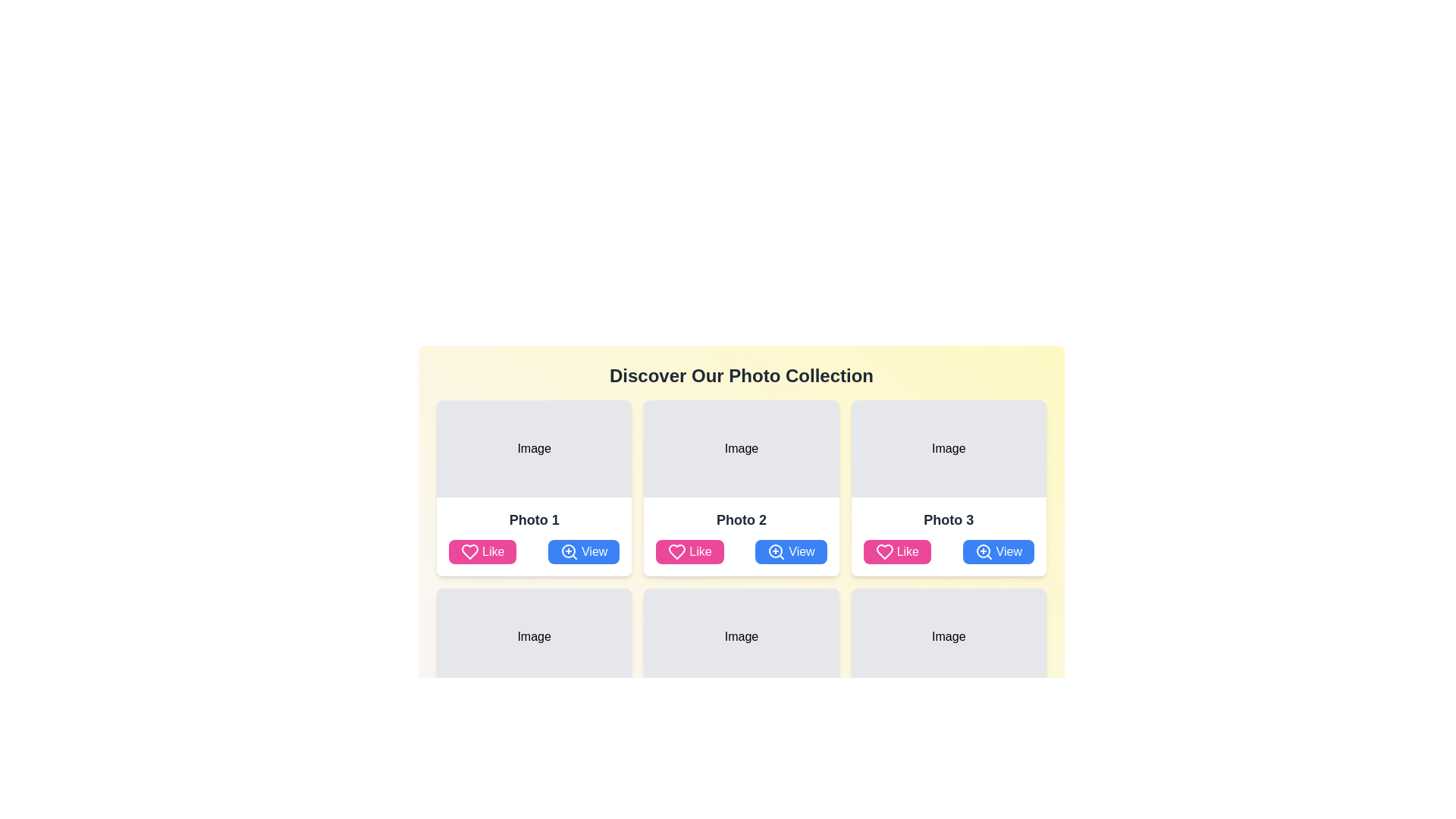 Image resolution: width=1456 pixels, height=819 pixels. What do you see at coordinates (742, 503) in the screenshot?
I see `the 'View' button on the second item in the grid layout of the photo collection` at bounding box center [742, 503].